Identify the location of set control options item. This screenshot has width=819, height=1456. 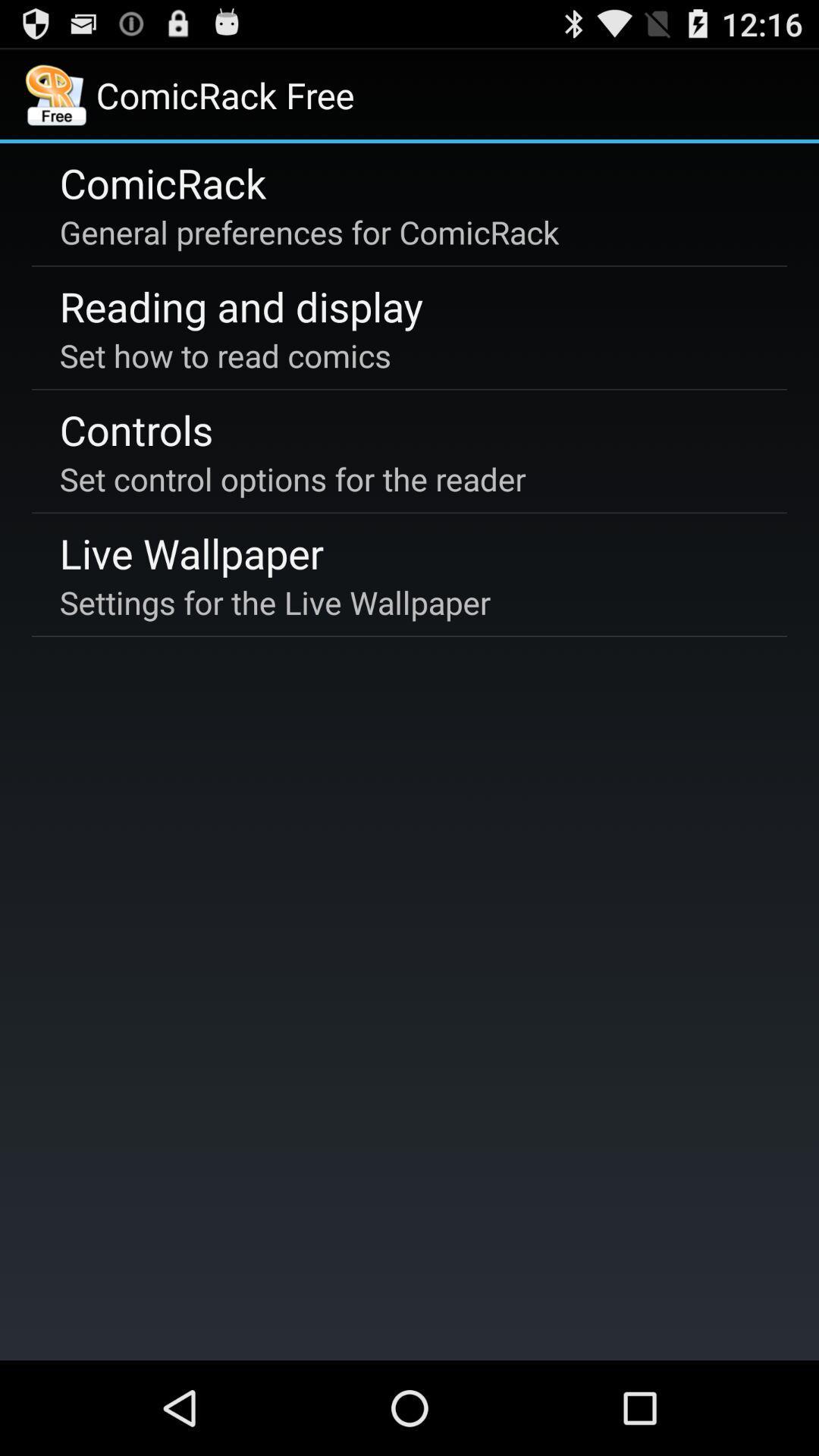
(293, 478).